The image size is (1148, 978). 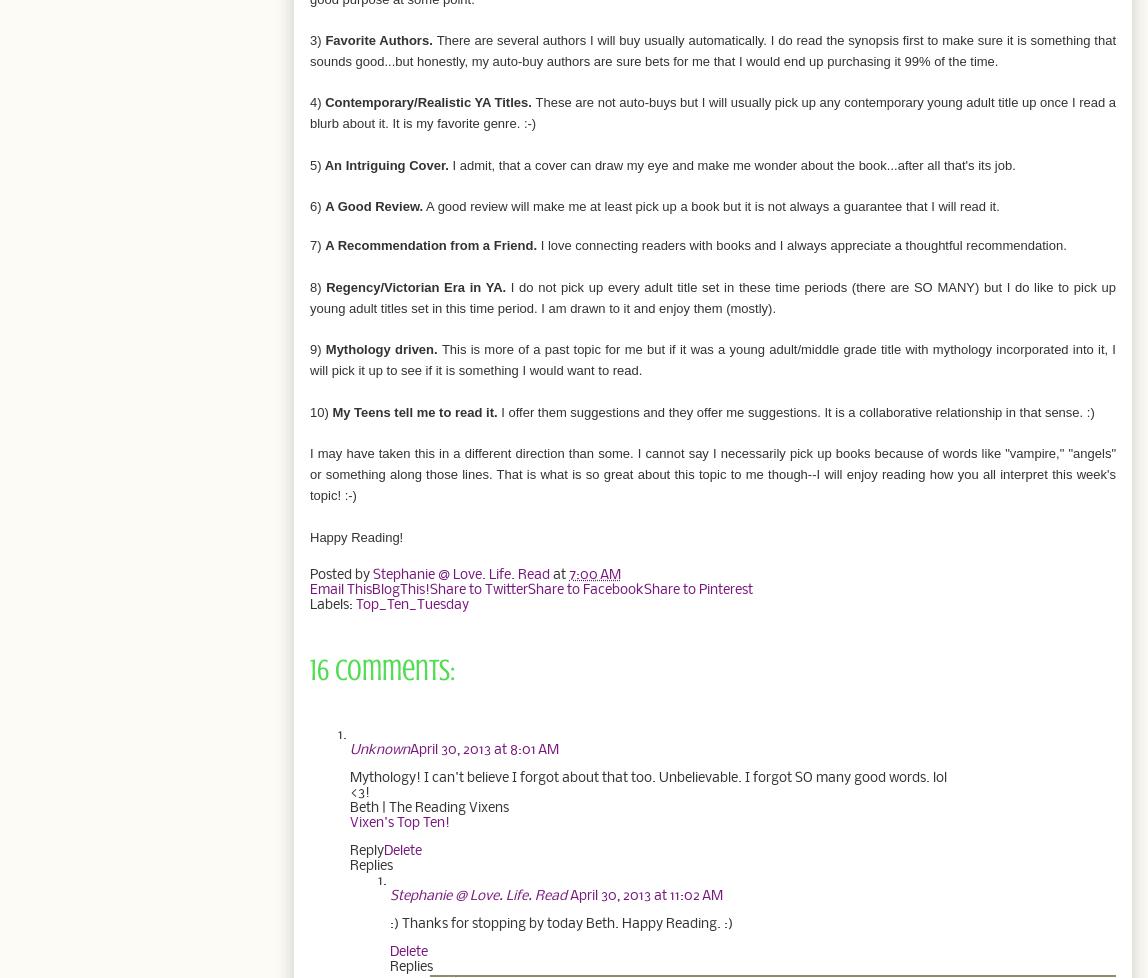 I want to click on 'Share to Facebook', so click(x=586, y=589).